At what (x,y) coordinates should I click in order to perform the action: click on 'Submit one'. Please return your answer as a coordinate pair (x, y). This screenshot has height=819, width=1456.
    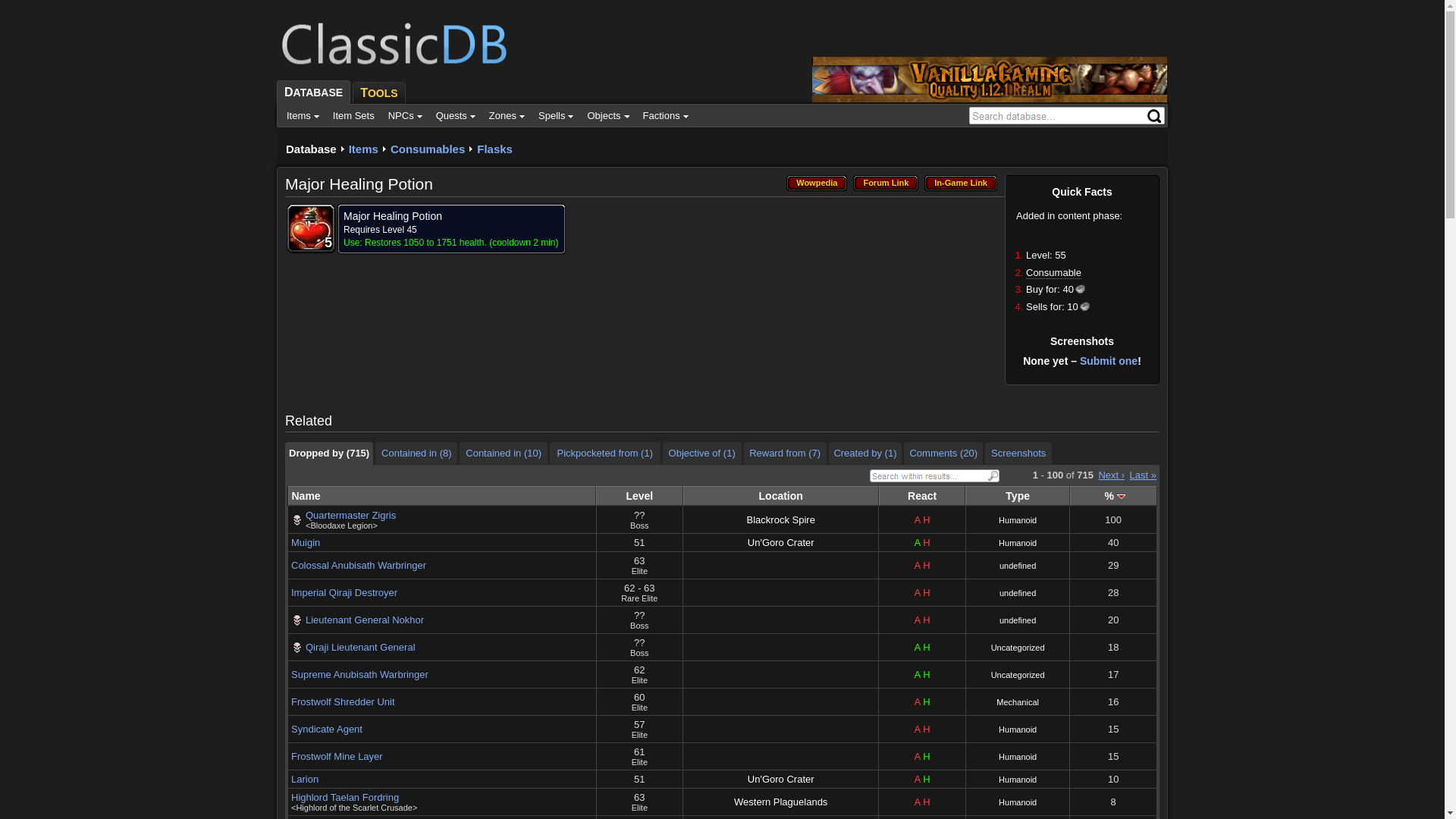
    Looking at the image, I should click on (1109, 360).